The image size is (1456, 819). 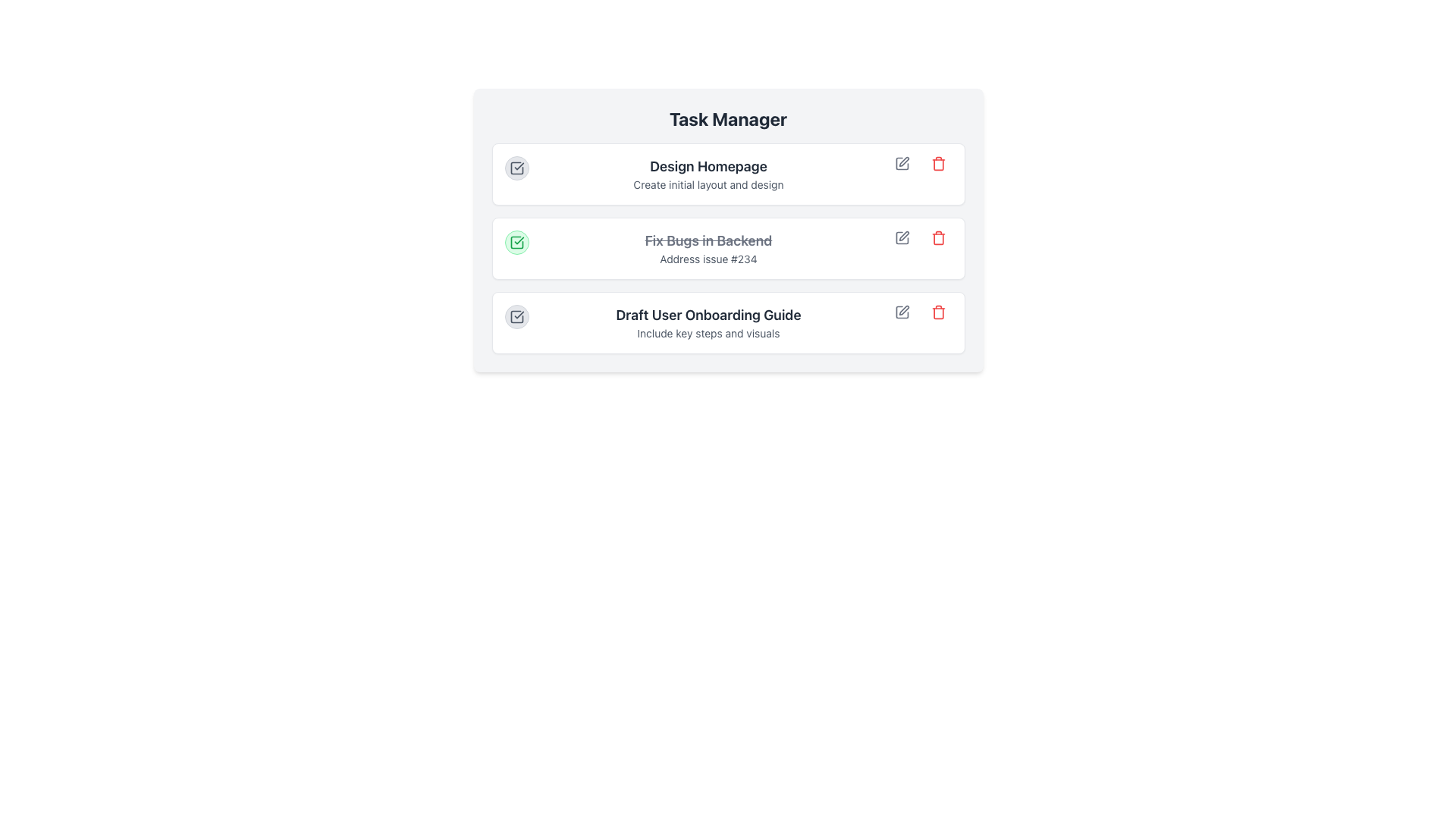 What do you see at coordinates (937, 237) in the screenshot?
I see `the delete button icon for the task 'Fix Bugs in Backend', located in the second row of the task list, which is the rightmost icon next to the task editing icon` at bounding box center [937, 237].